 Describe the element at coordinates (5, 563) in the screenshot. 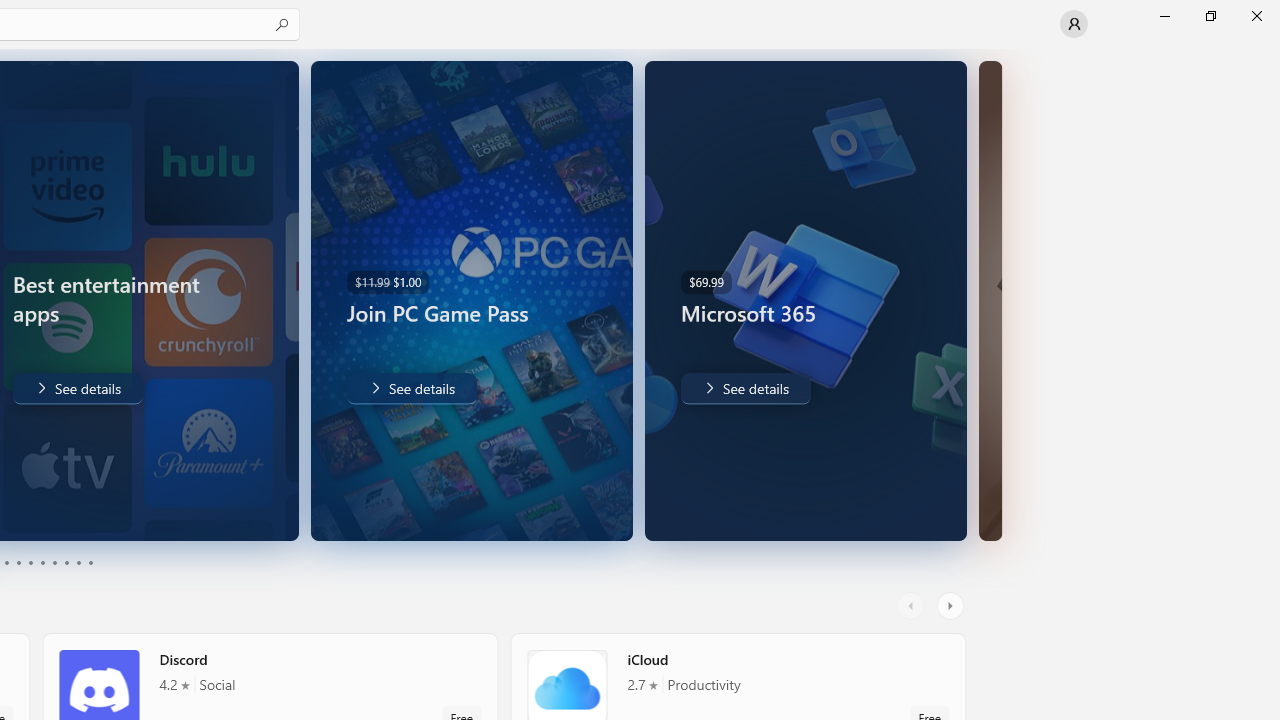

I see `'Page 3'` at that location.